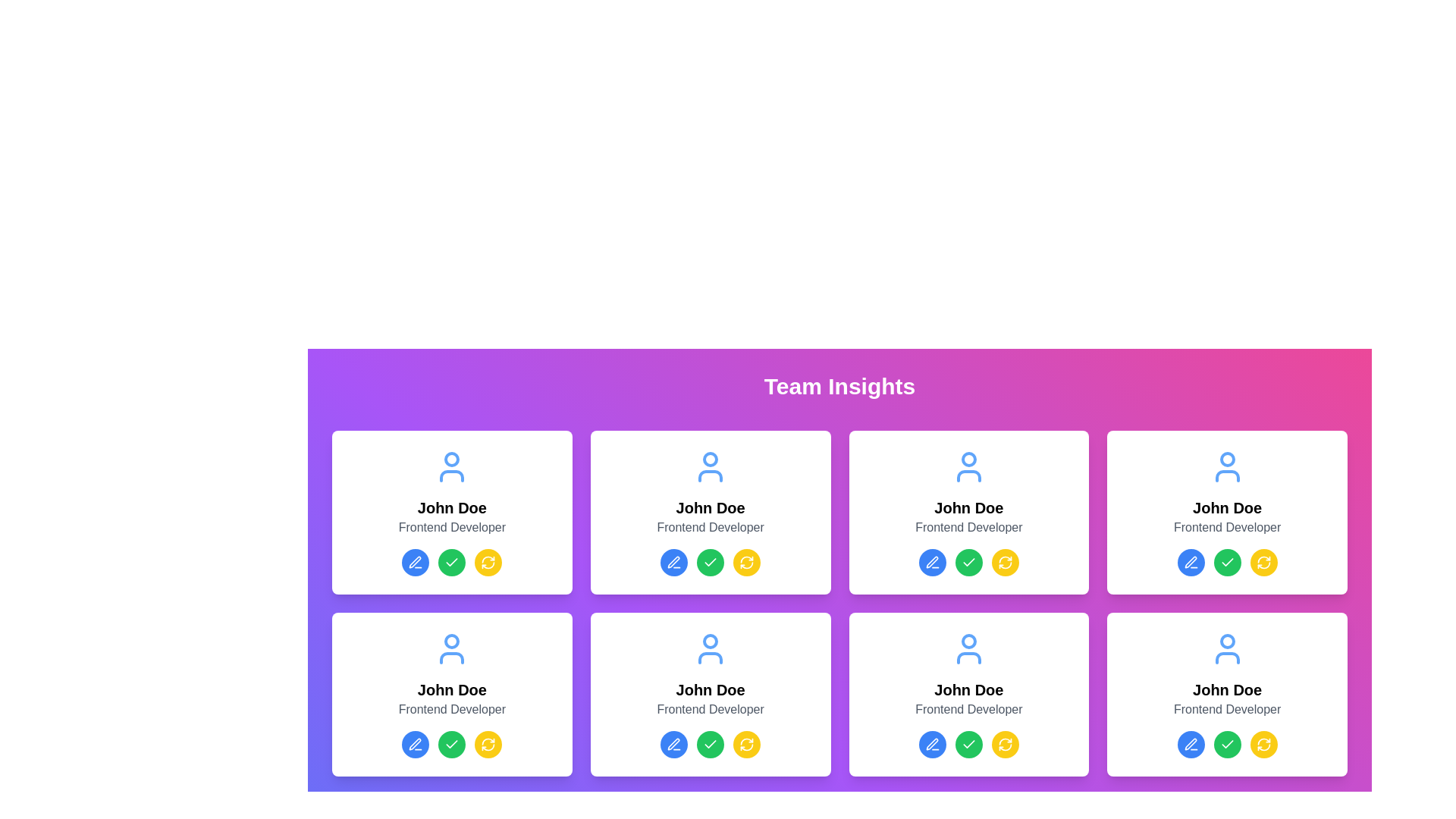  What do you see at coordinates (673, 562) in the screenshot?
I see `the circular blue button with a white pen icon located in the first card of the second row of the grid layout` at bounding box center [673, 562].